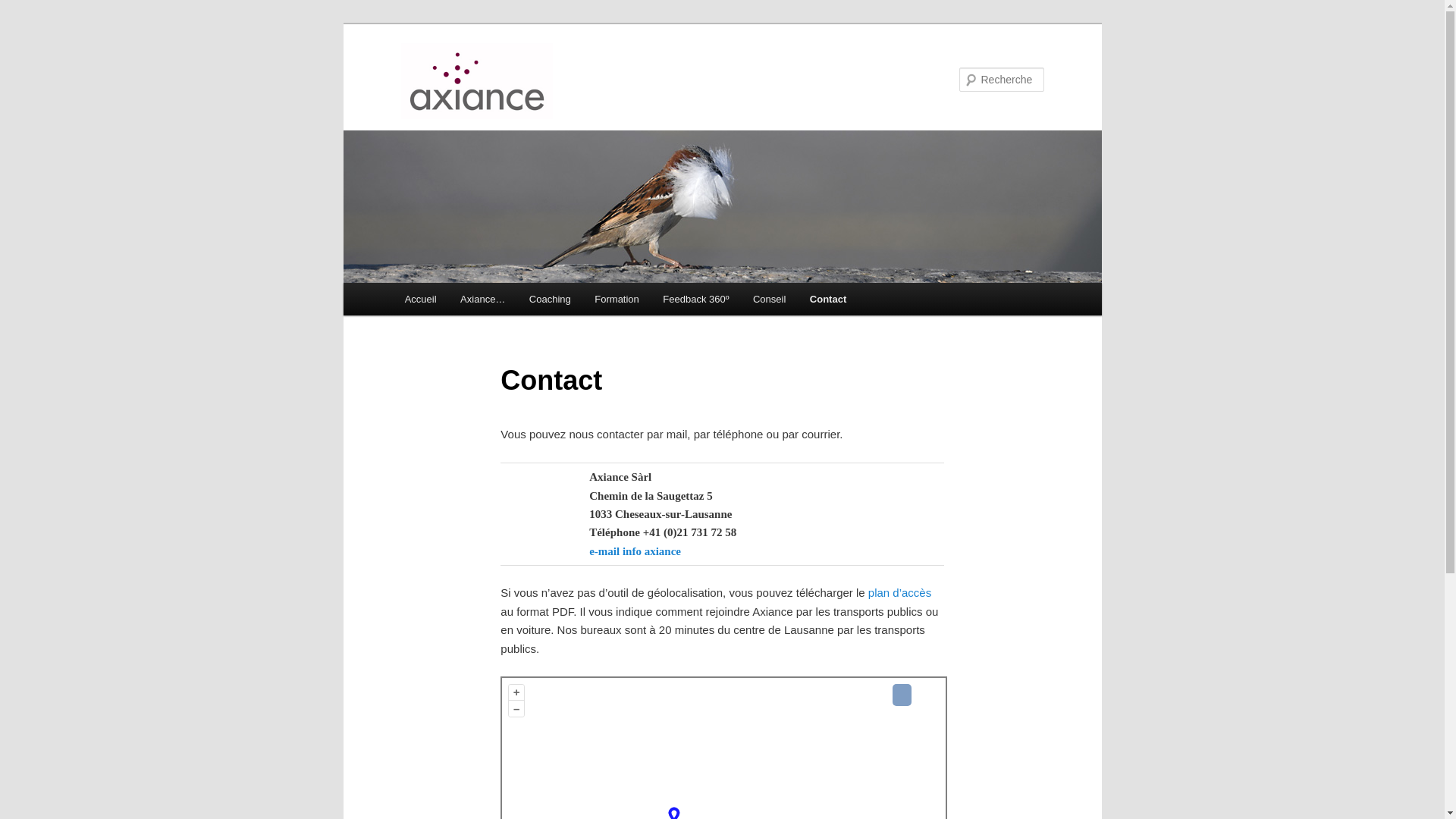 This screenshot has height=819, width=1456. I want to click on 'Formation', so click(582, 299).